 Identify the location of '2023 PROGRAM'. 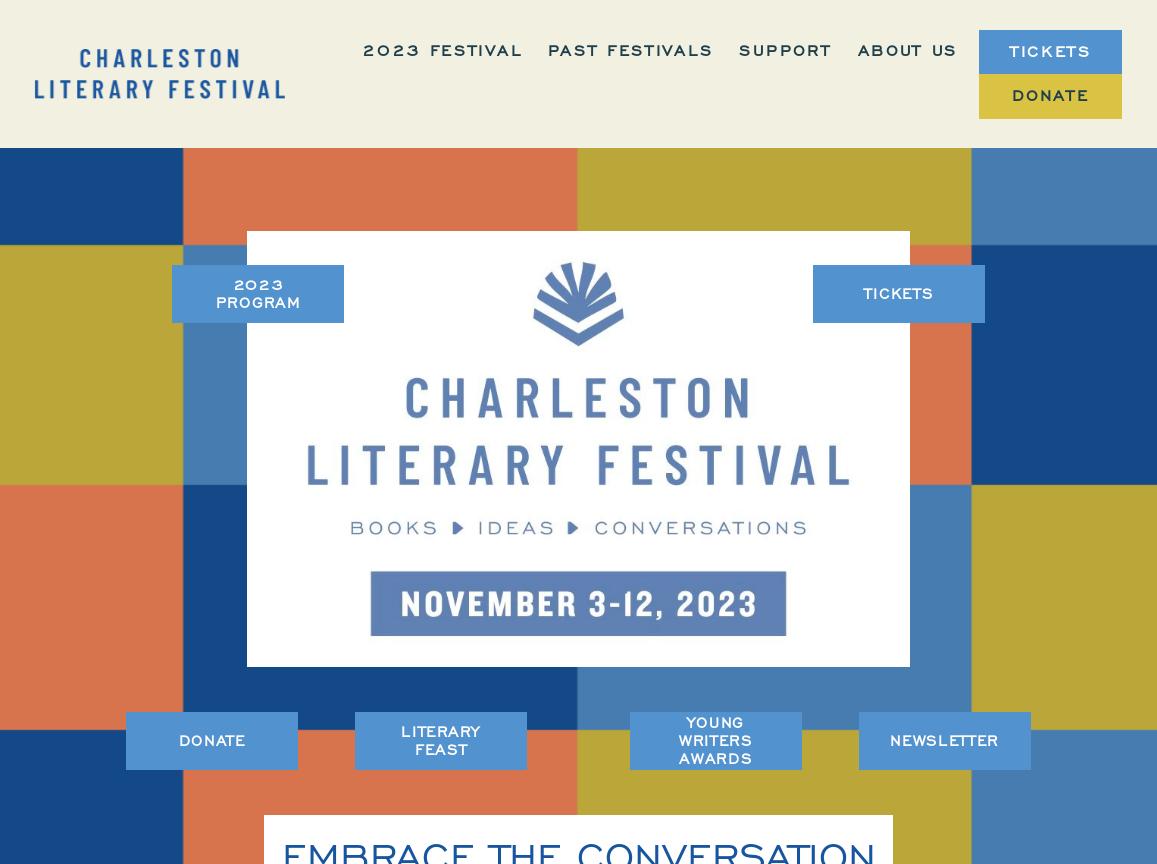
(257, 292).